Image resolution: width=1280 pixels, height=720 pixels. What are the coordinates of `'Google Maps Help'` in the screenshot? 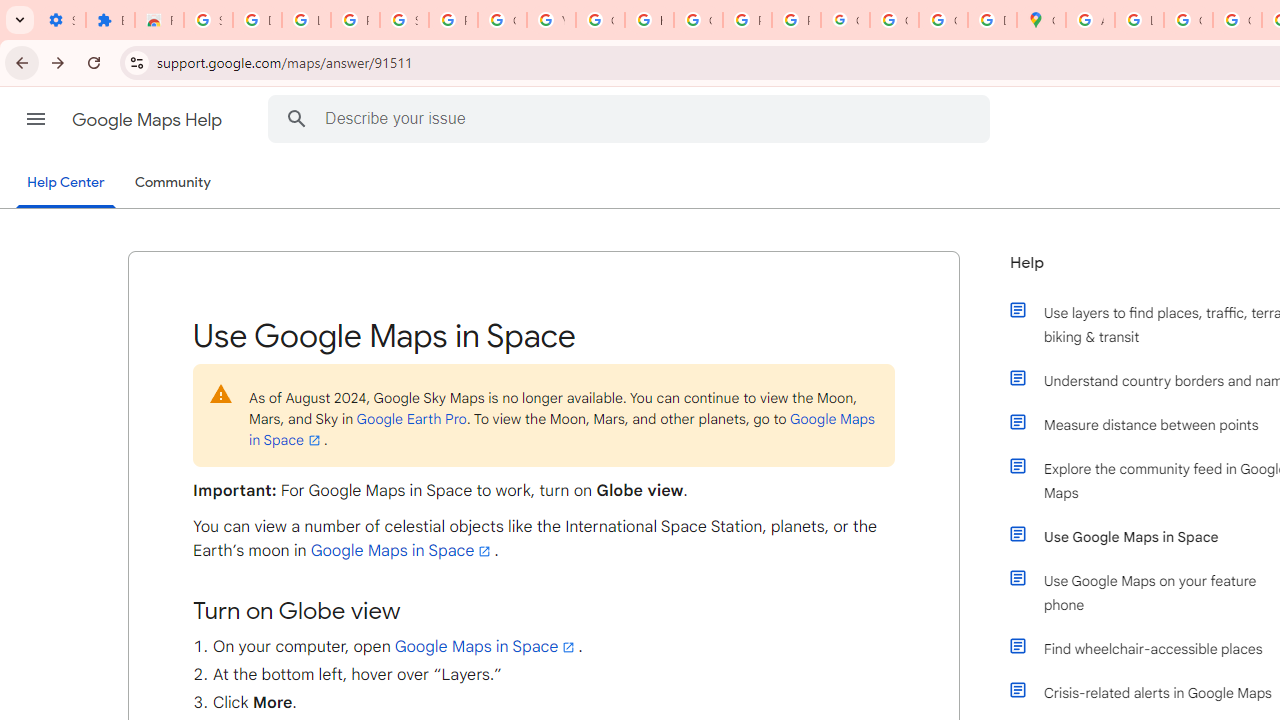 It's located at (148, 119).